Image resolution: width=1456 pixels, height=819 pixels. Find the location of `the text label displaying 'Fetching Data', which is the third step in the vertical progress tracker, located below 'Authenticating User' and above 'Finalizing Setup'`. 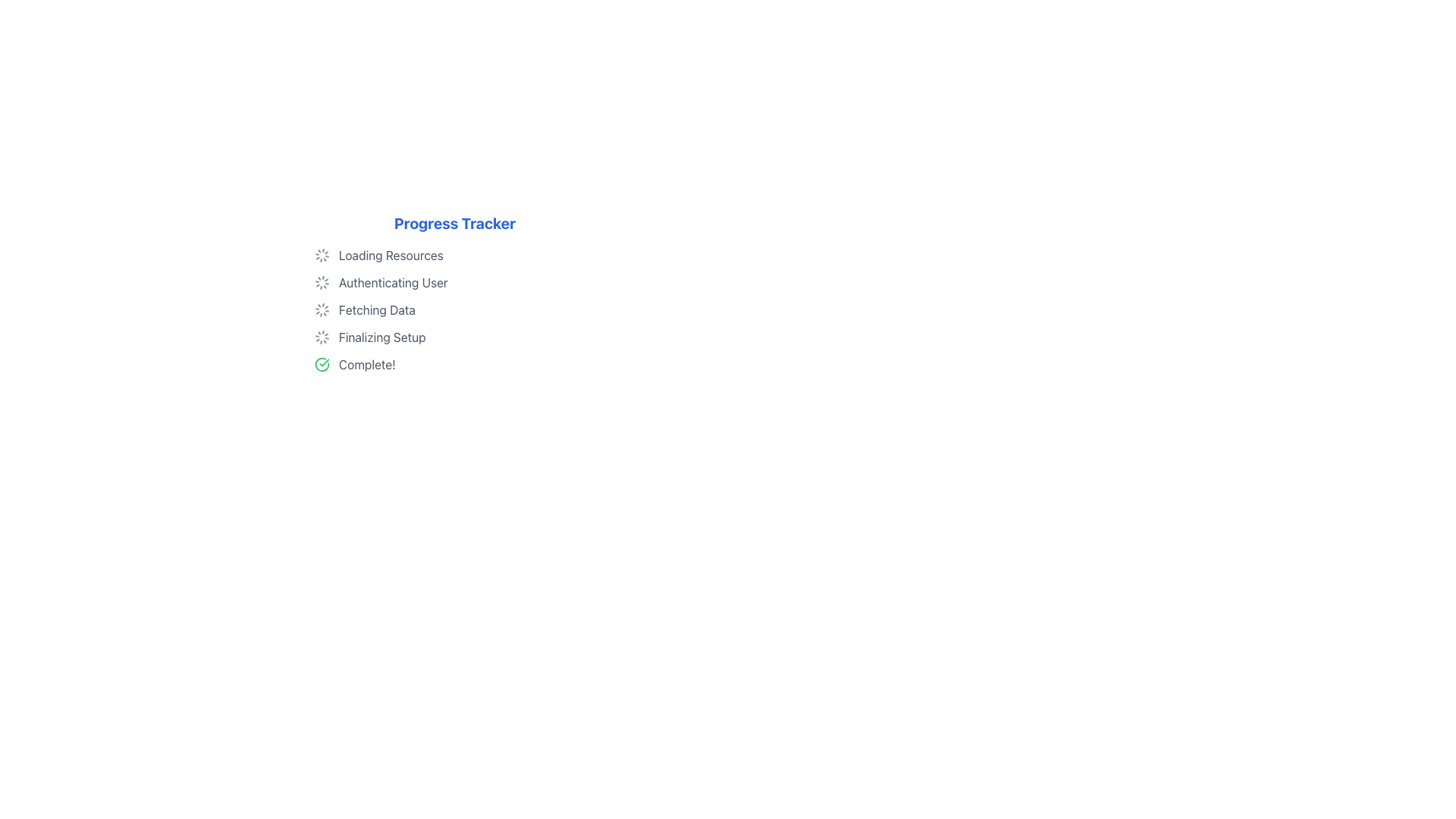

the text label displaying 'Fetching Data', which is the third step in the vertical progress tracker, located below 'Authenticating User' and above 'Finalizing Setup' is located at coordinates (377, 309).